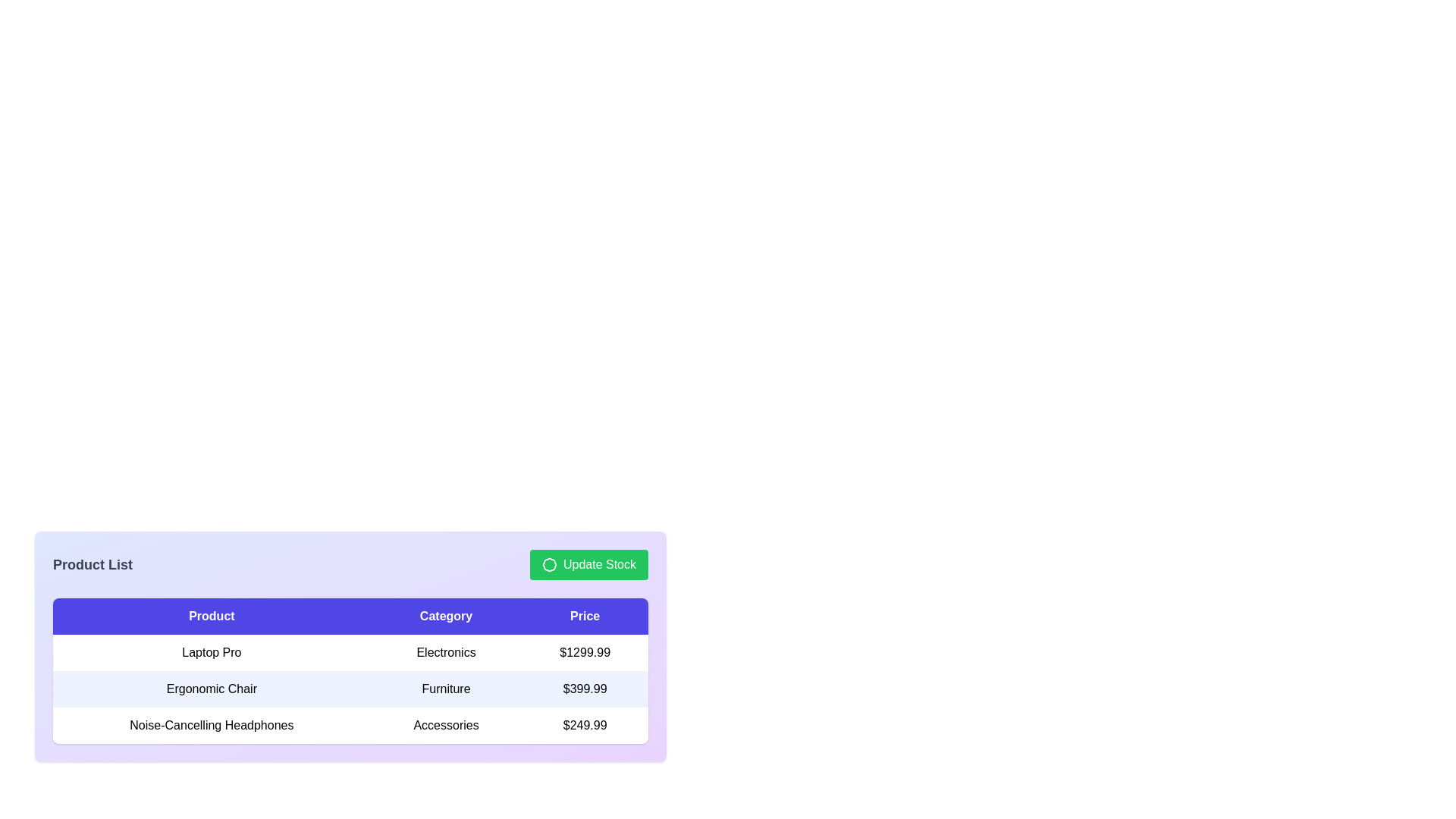 This screenshot has width=1456, height=819. What do you see at coordinates (445, 689) in the screenshot?
I see `the 'Furniture' text label located in the 'Category' column of the table, which is centered in its cell and styled with a clean font` at bounding box center [445, 689].